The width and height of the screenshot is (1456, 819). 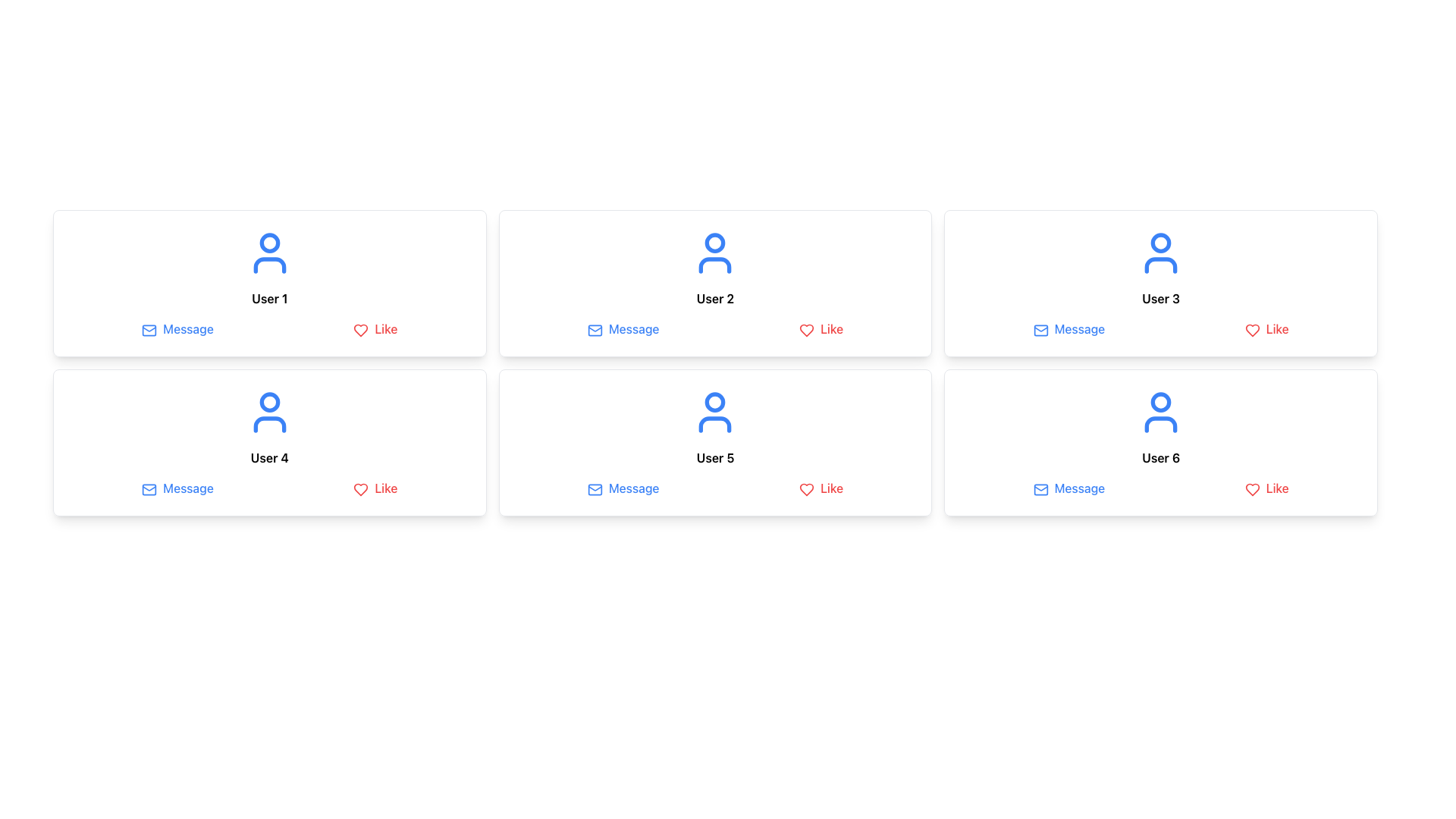 What do you see at coordinates (821, 328) in the screenshot?
I see `the 'Like' button, which is a red button with a heart icon, located in the second cell of the first row associated with 'User 2'` at bounding box center [821, 328].